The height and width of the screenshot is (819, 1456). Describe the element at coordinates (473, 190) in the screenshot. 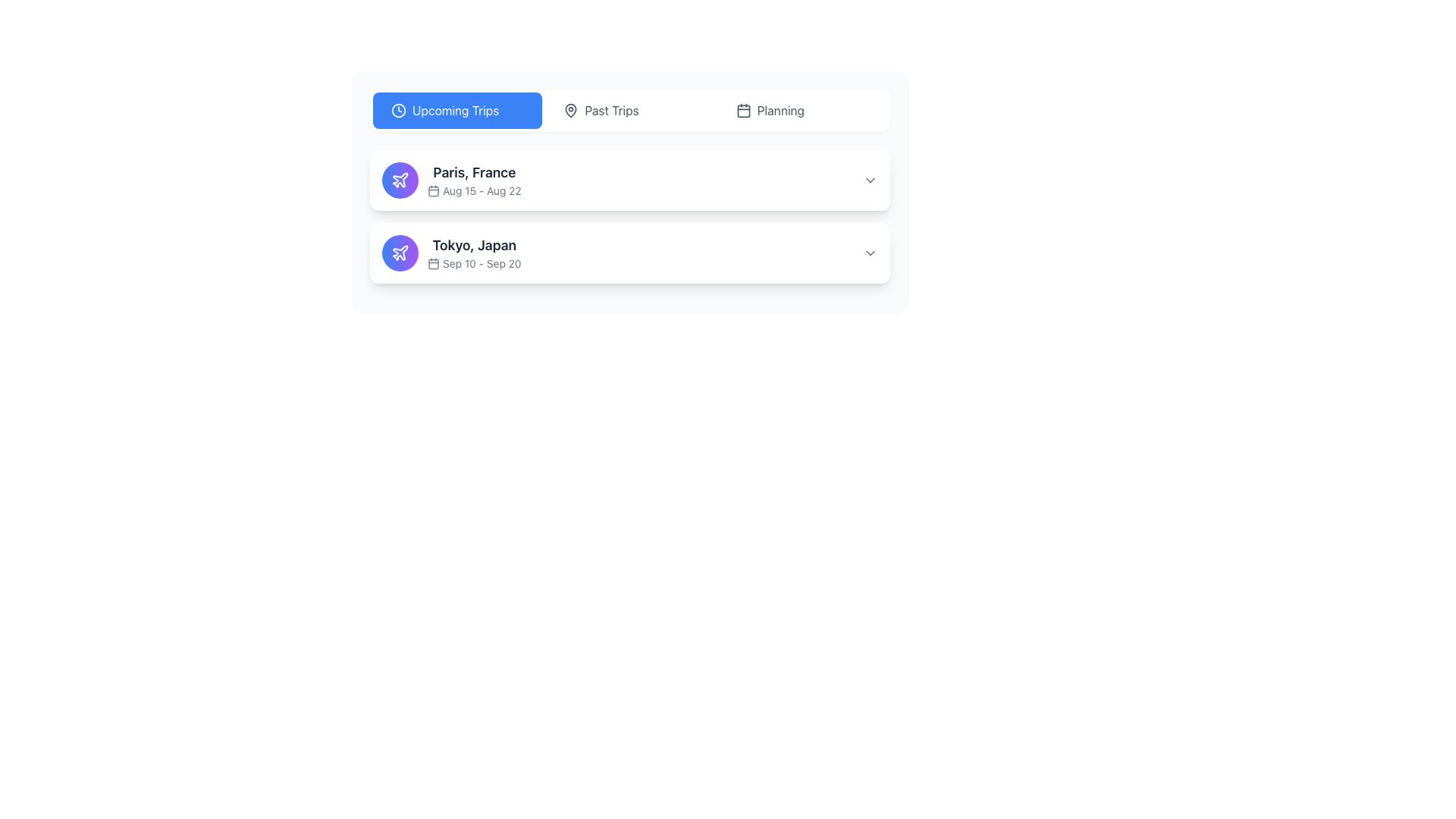

I see `the text label displaying the dates 'Aug 15 - Aug 22' which is styled in gray and located beneath 'Paris, France' in the travel itinerary section` at that location.